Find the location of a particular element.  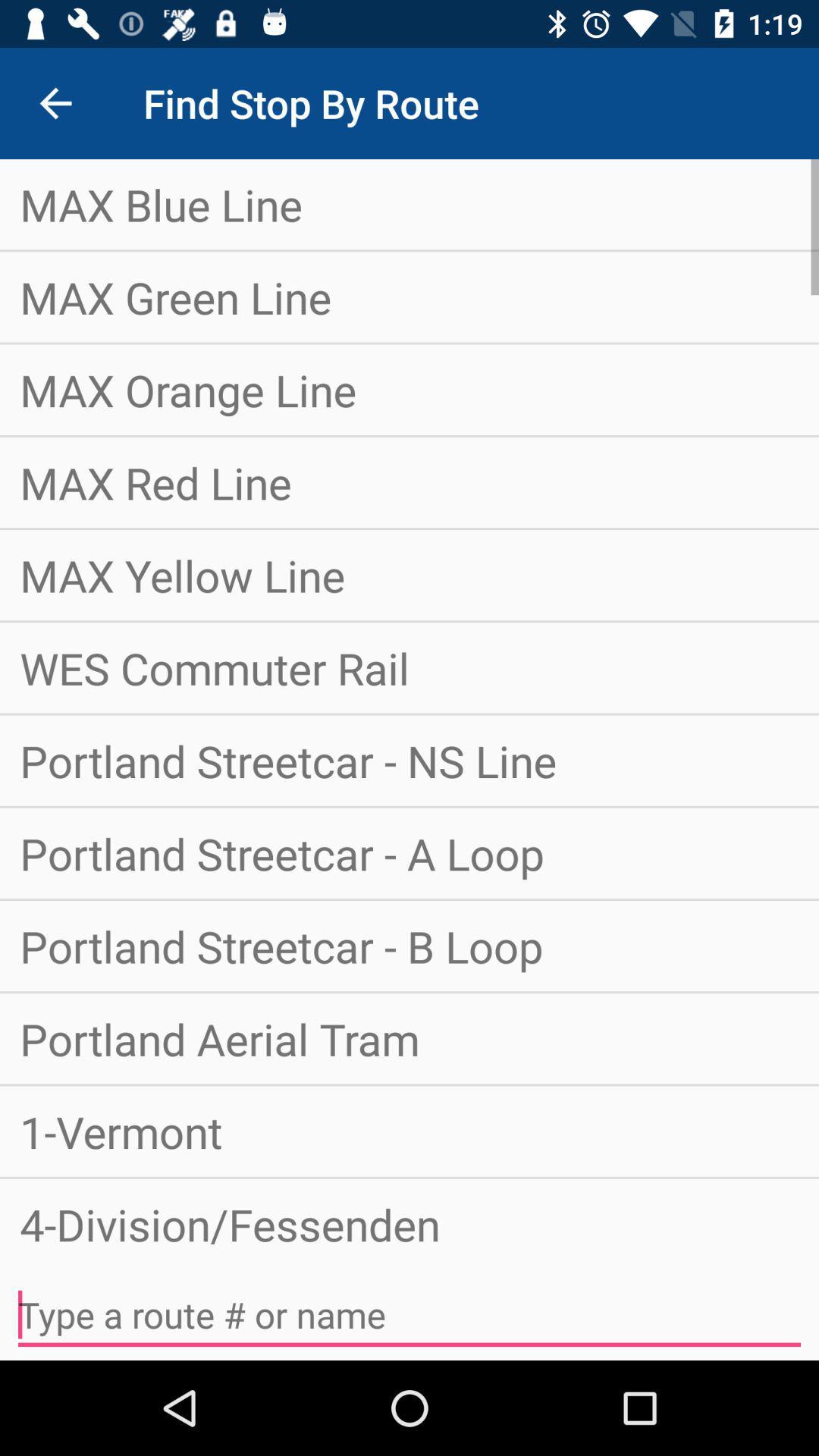

icon to the left of find stop by is located at coordinates (55, 102).